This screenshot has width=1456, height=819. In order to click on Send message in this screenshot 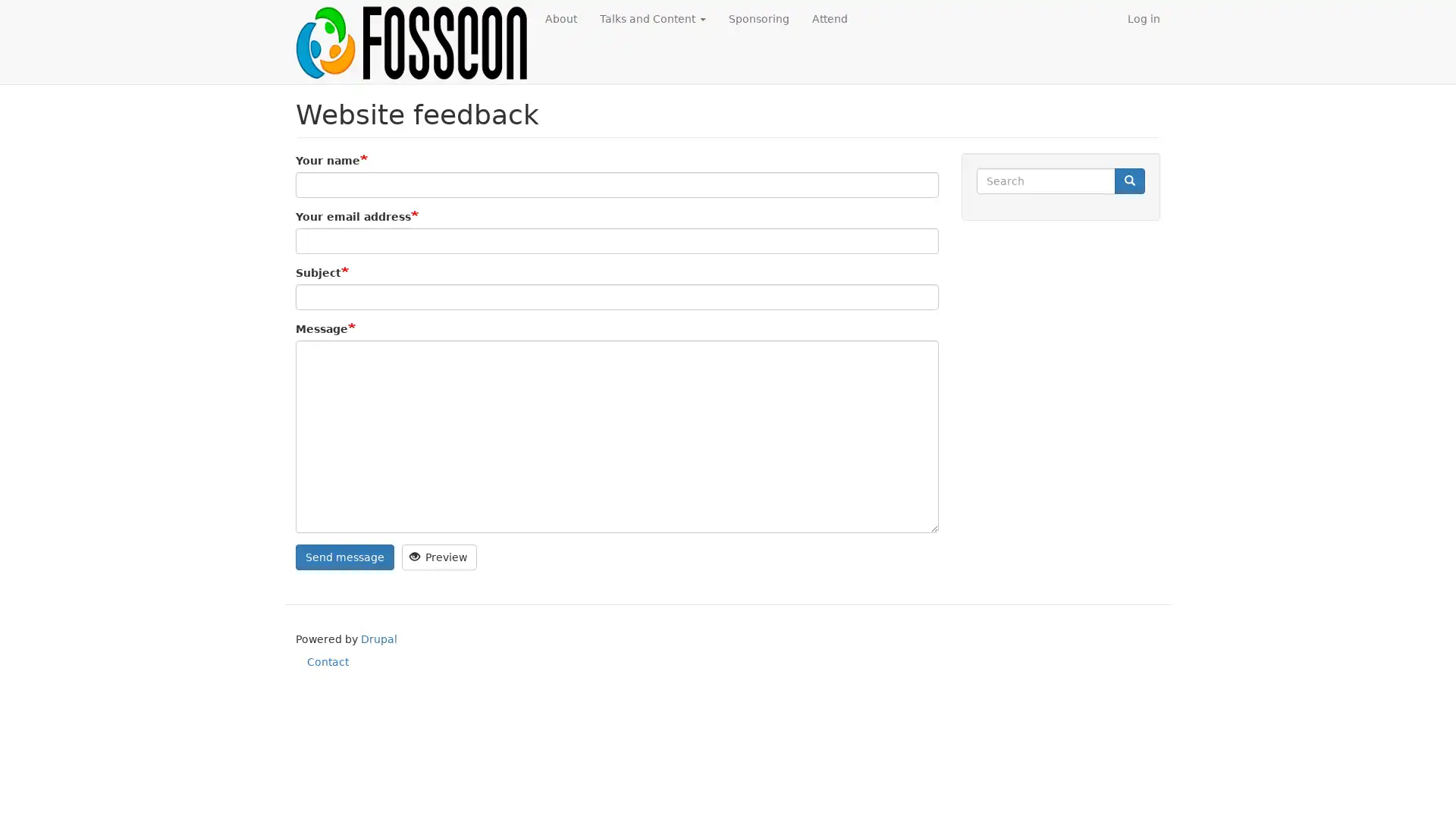, I will do `click(344, 556)`.